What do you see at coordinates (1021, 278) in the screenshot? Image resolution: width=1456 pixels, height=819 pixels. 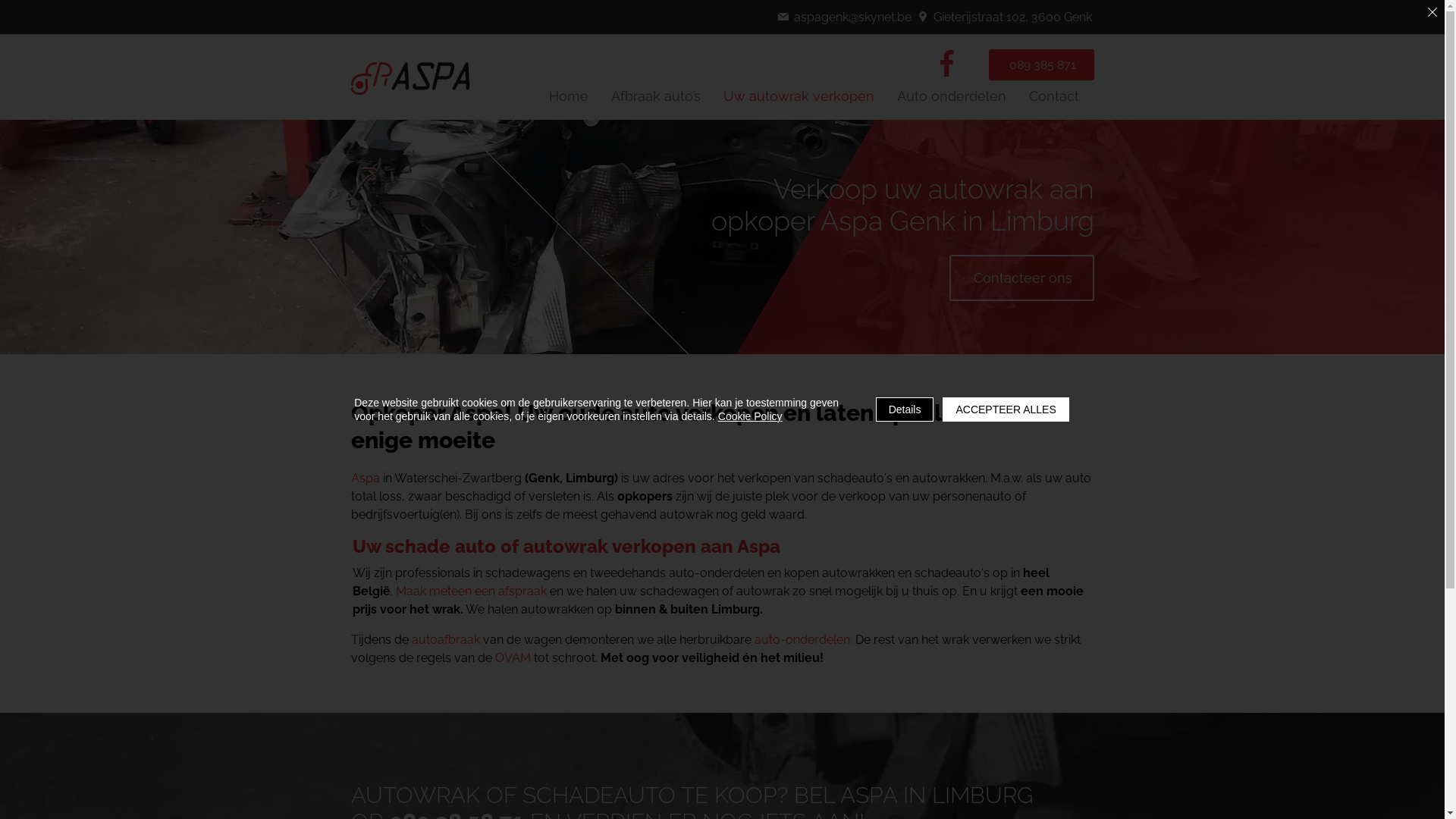 I see `'Contacteer ons'` at bounding box center [1021, 278].